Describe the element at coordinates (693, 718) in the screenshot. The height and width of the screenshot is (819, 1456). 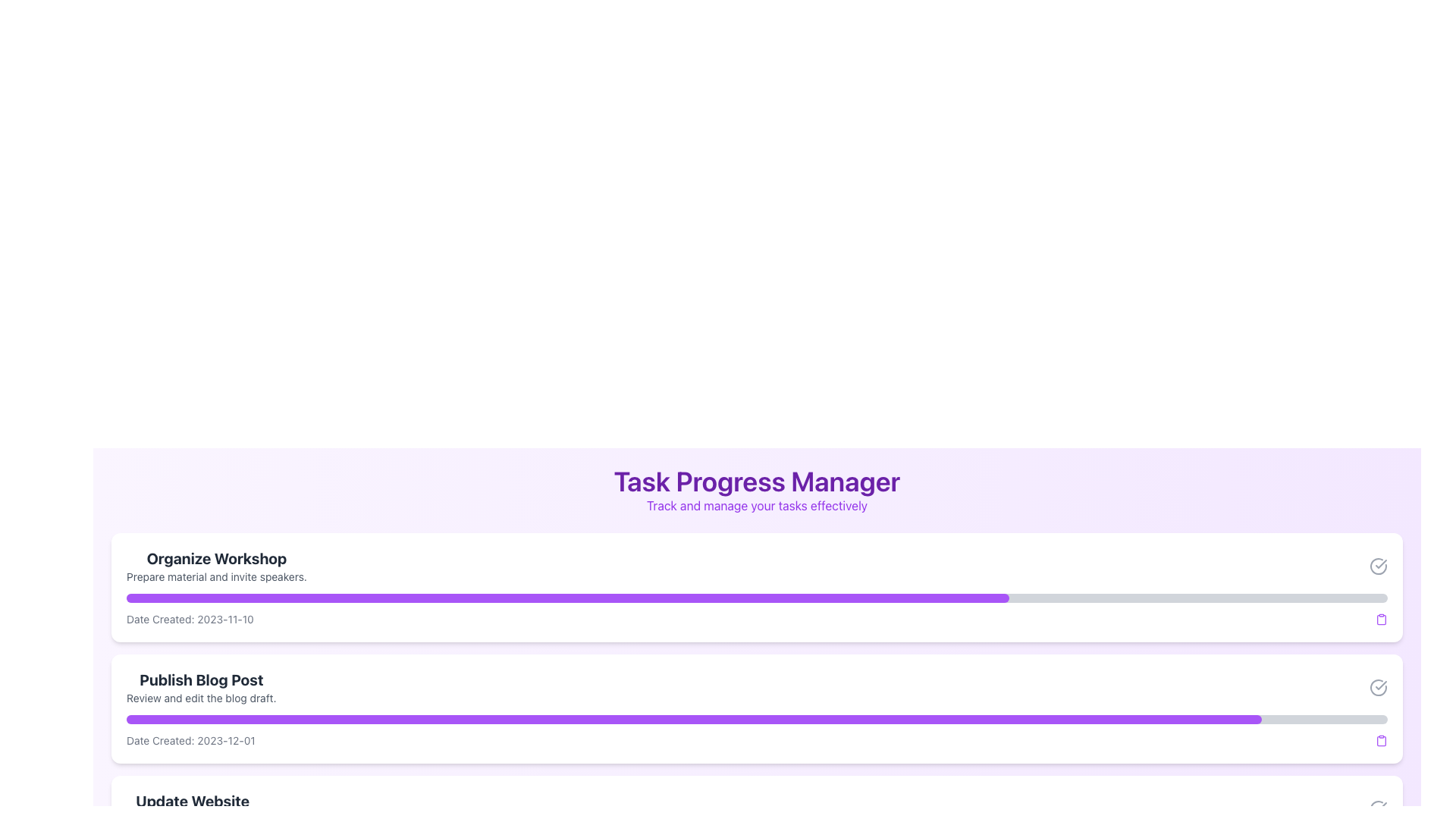
I see `the progress bar that visually represents the task completion percentage for the 'Publish Blog Post' task within the 'Task Progress Manager.'` at that location.